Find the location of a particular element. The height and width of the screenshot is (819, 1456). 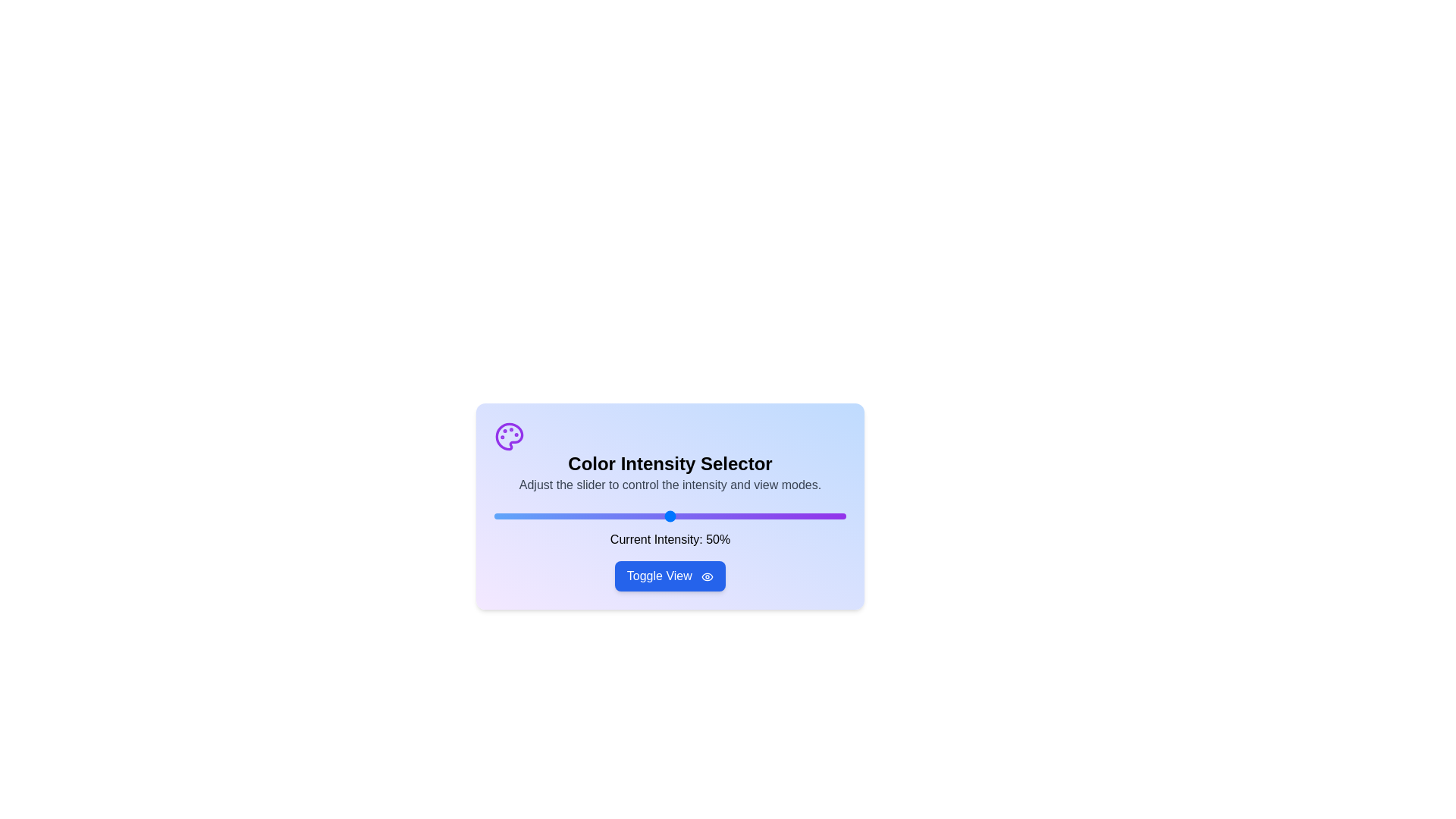

the slider to set the intensity to 89% is located at coordinates (807, 516).